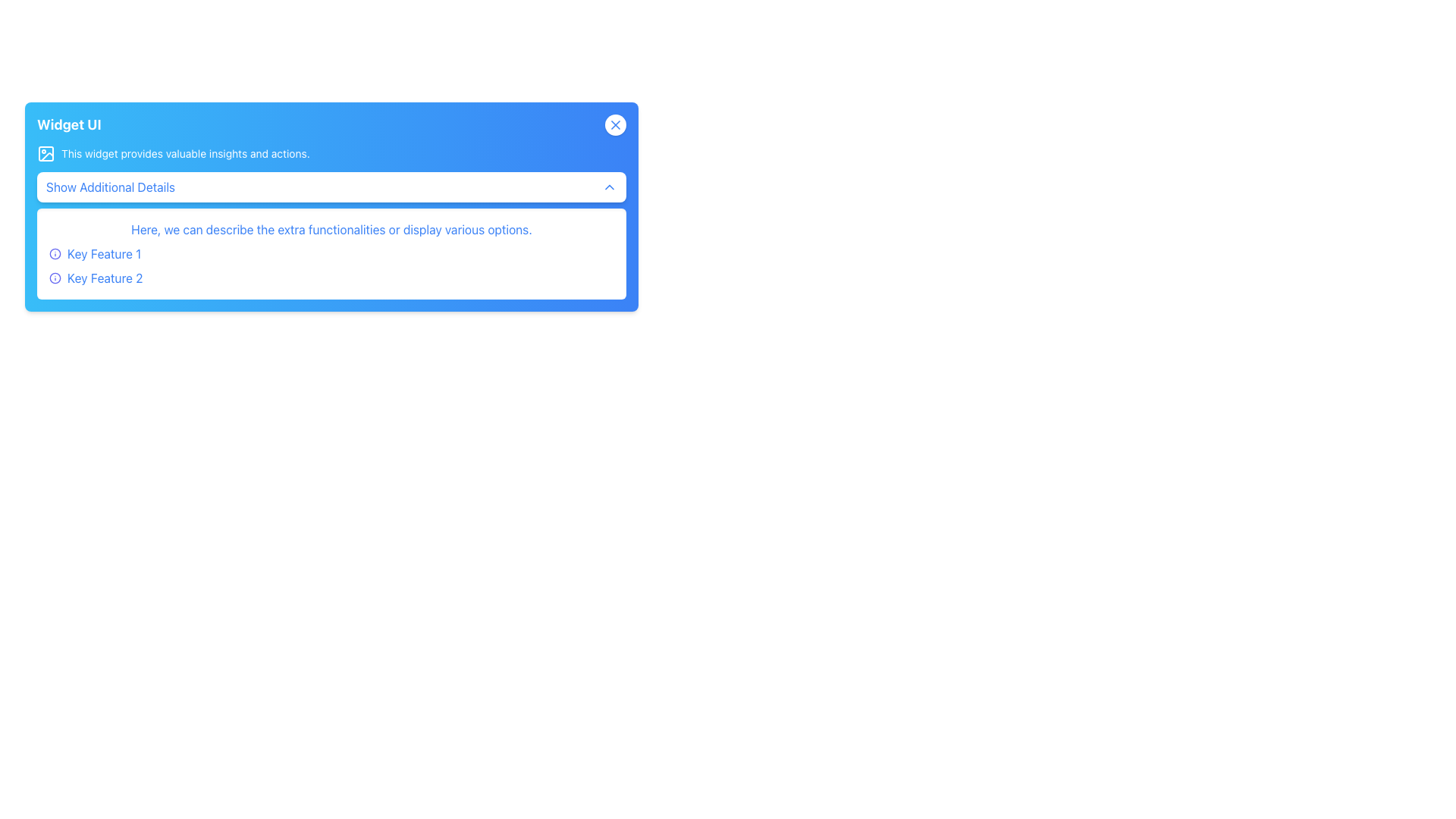 The height and width of the screenshot is (819, 1456). What do you see at coordinates (615, 124) in the screenshot?
I see `the dismiss button, which is a small blue 'X' icon inside a circular white background located in the top-right corner of a blue card interface` at bounding box center [615, 124].